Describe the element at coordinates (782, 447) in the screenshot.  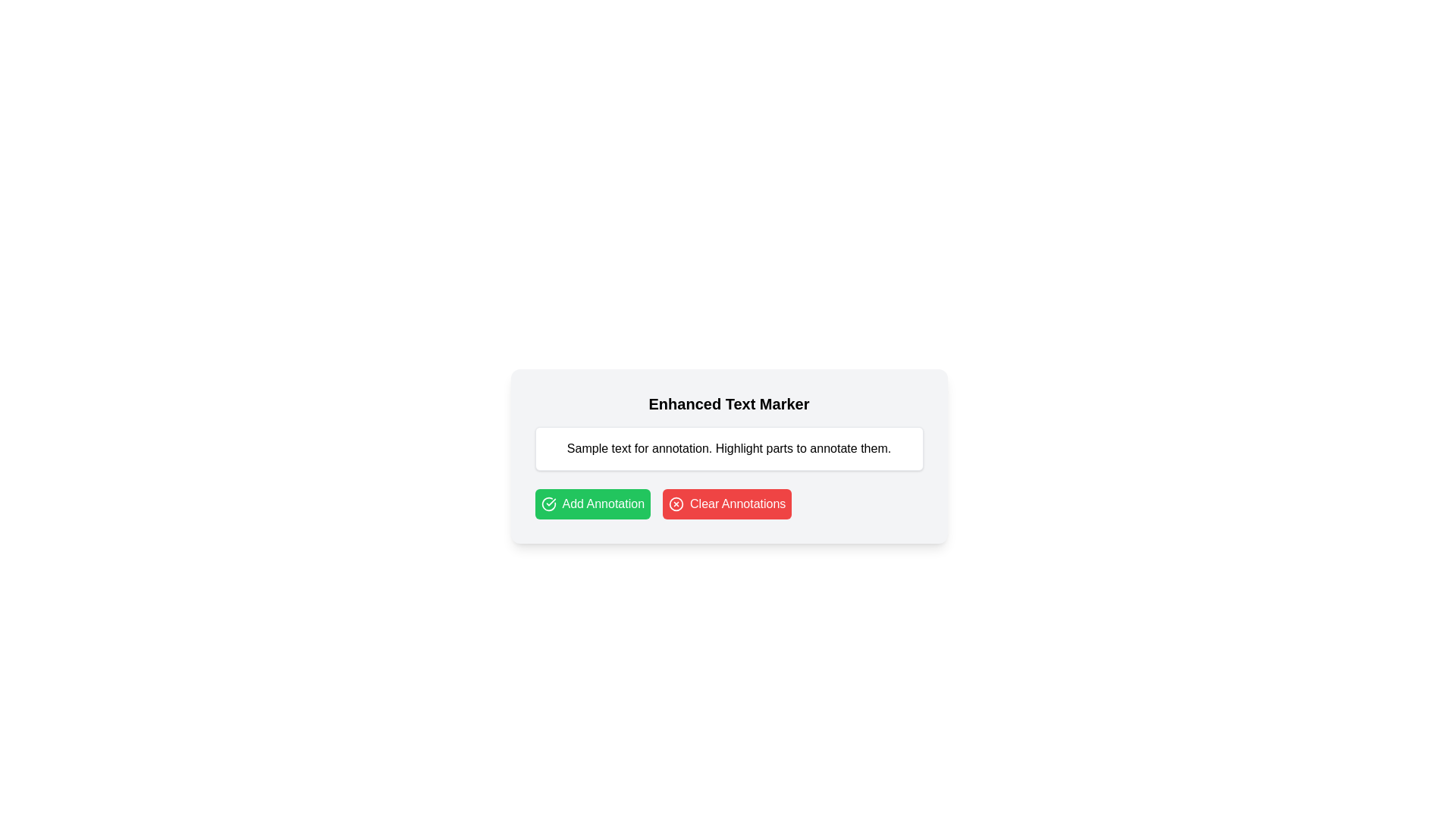
I see `the 37th character in the text paragraph 'Sample text for annotation. Highlight parts to annotate them.' located beneath the title 'Enhanced Text Marker'` at that location.